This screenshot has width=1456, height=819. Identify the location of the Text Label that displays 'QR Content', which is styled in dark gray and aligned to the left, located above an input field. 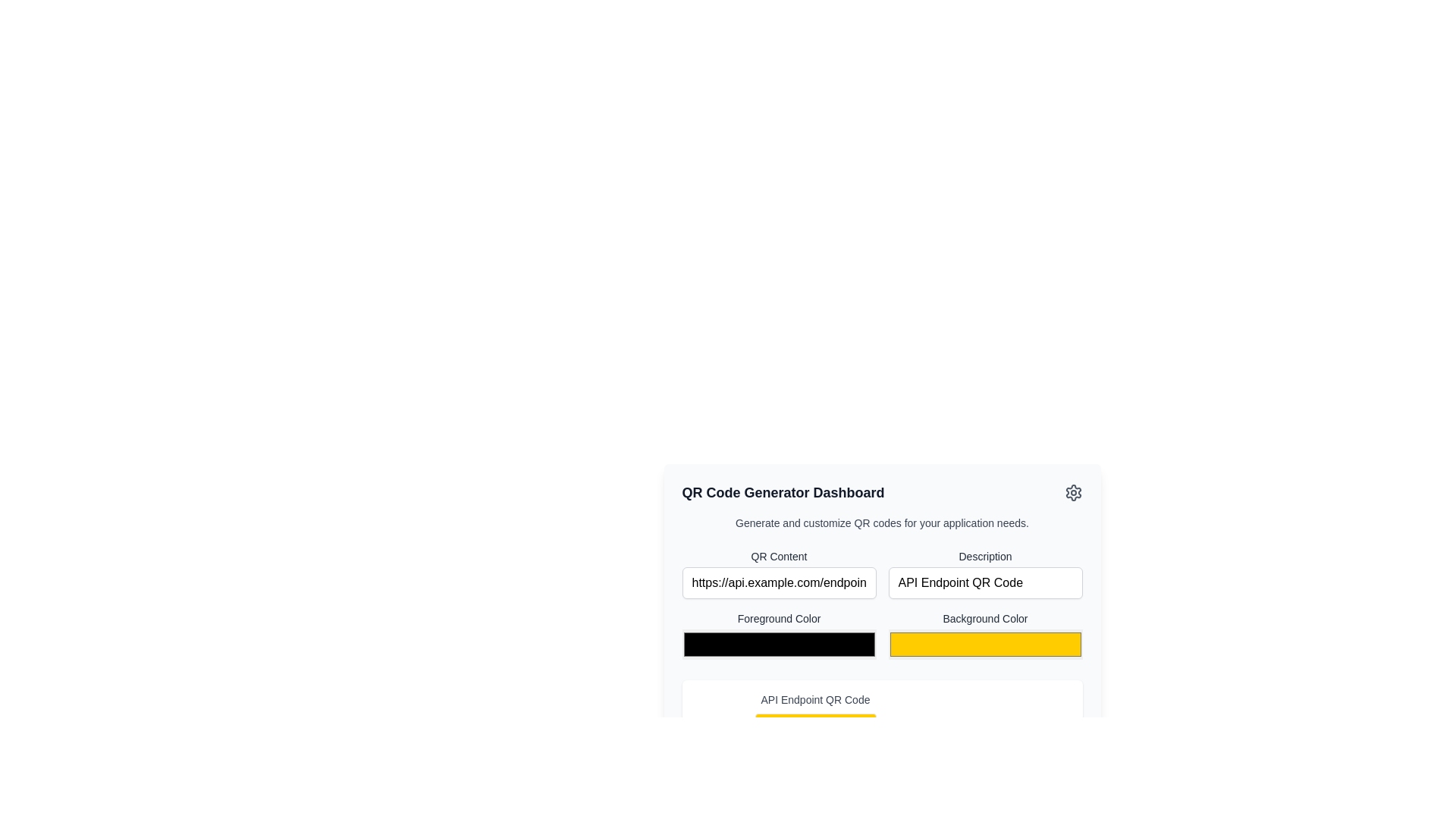
(779, 556).